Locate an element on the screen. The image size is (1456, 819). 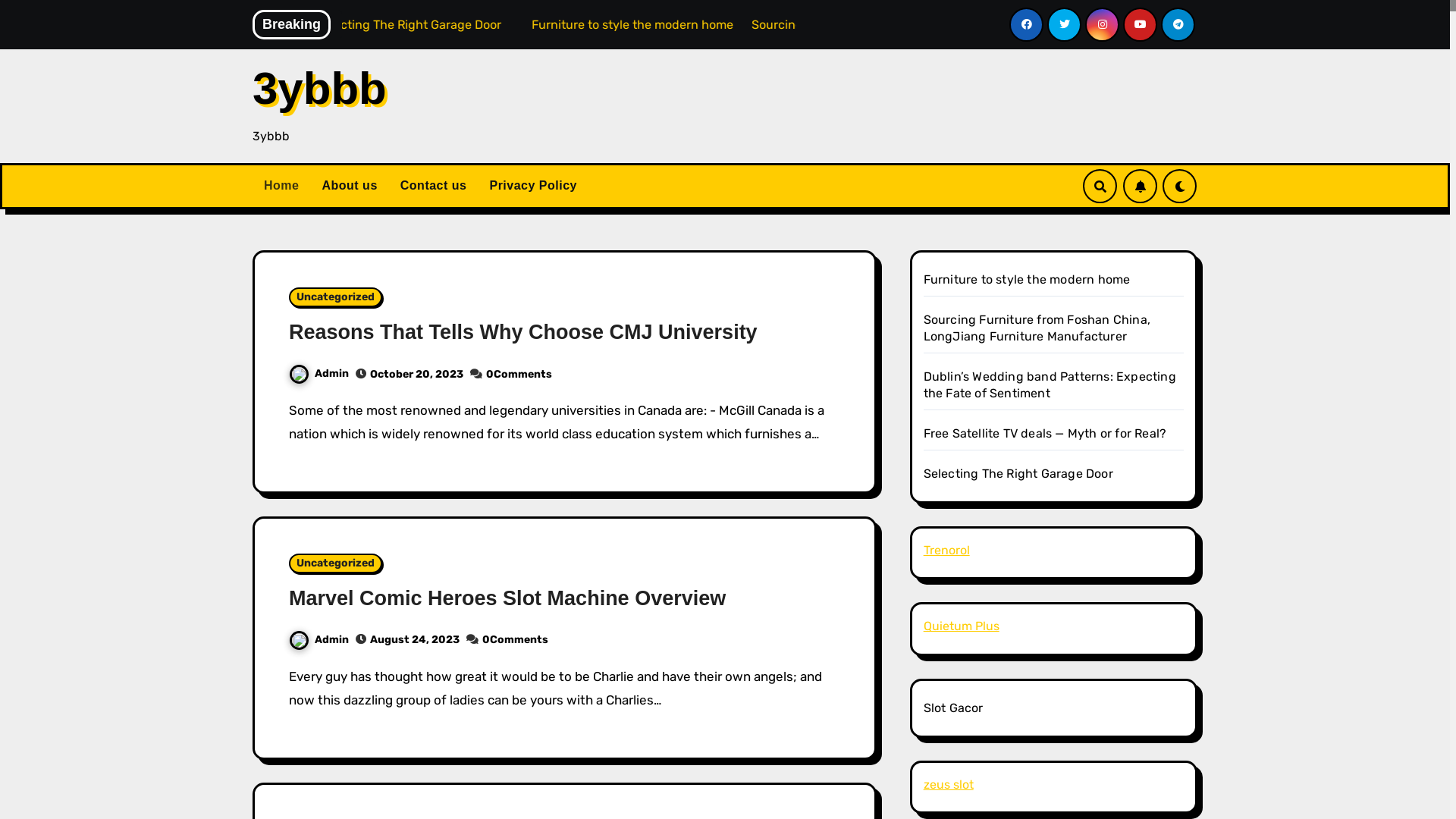
'Admin' is located at coordinates (318, 639).